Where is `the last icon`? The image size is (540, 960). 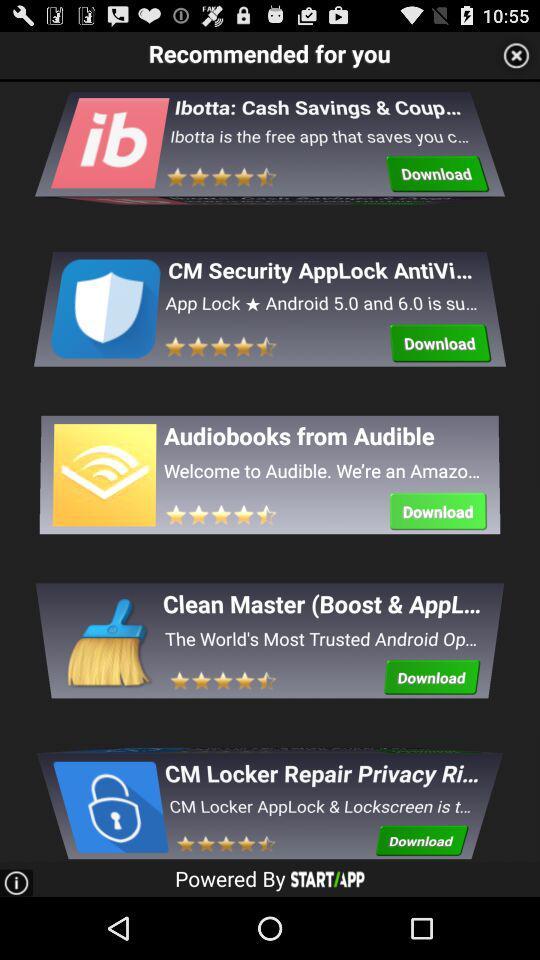
the last icon is located at coordinates (109, 796).